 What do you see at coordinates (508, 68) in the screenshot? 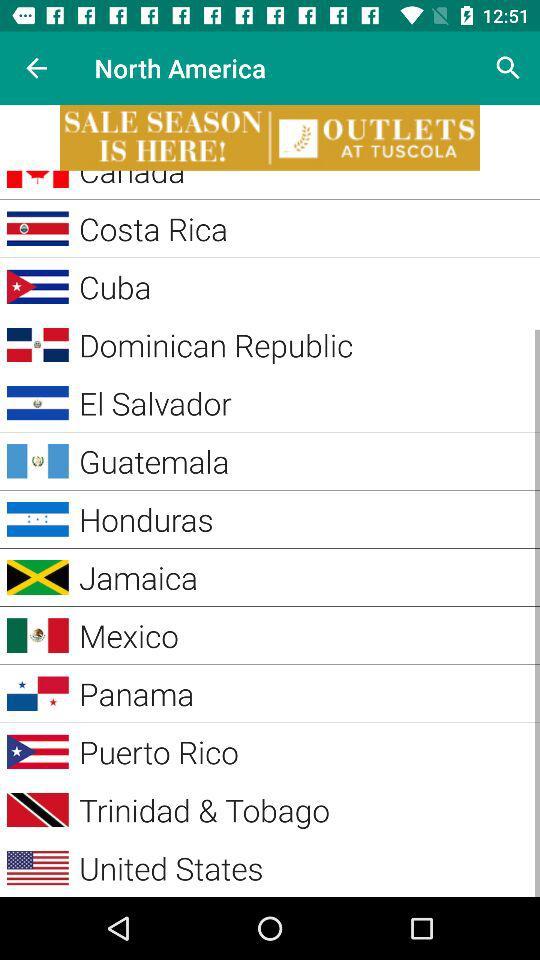
I see `search box` at bounding box center [508, 68].